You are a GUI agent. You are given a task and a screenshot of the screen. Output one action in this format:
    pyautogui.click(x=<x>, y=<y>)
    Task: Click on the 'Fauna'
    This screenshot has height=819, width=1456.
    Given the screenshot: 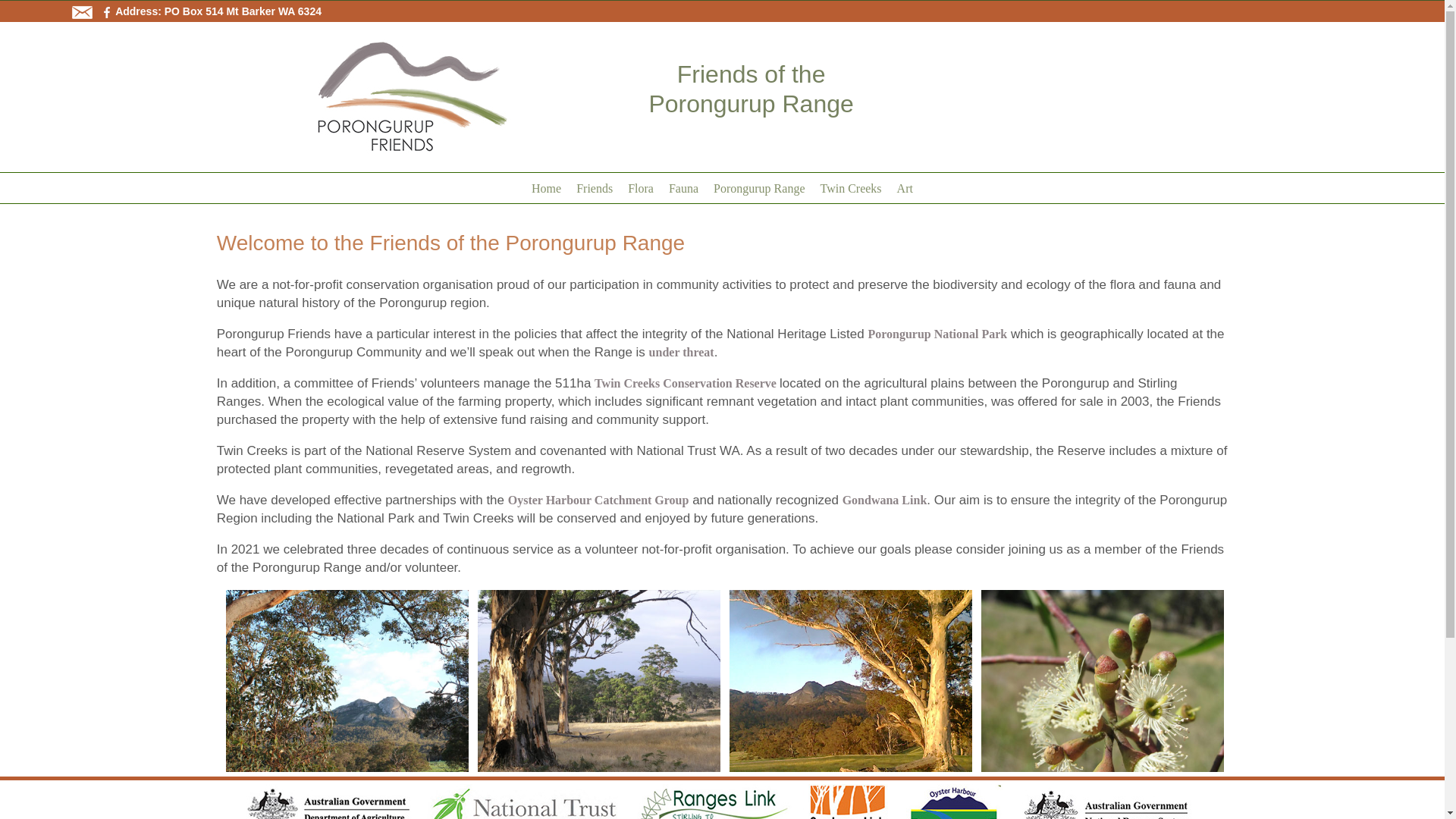 What is the action you would take?
    pyautogui.click(x=661, y=186)
    